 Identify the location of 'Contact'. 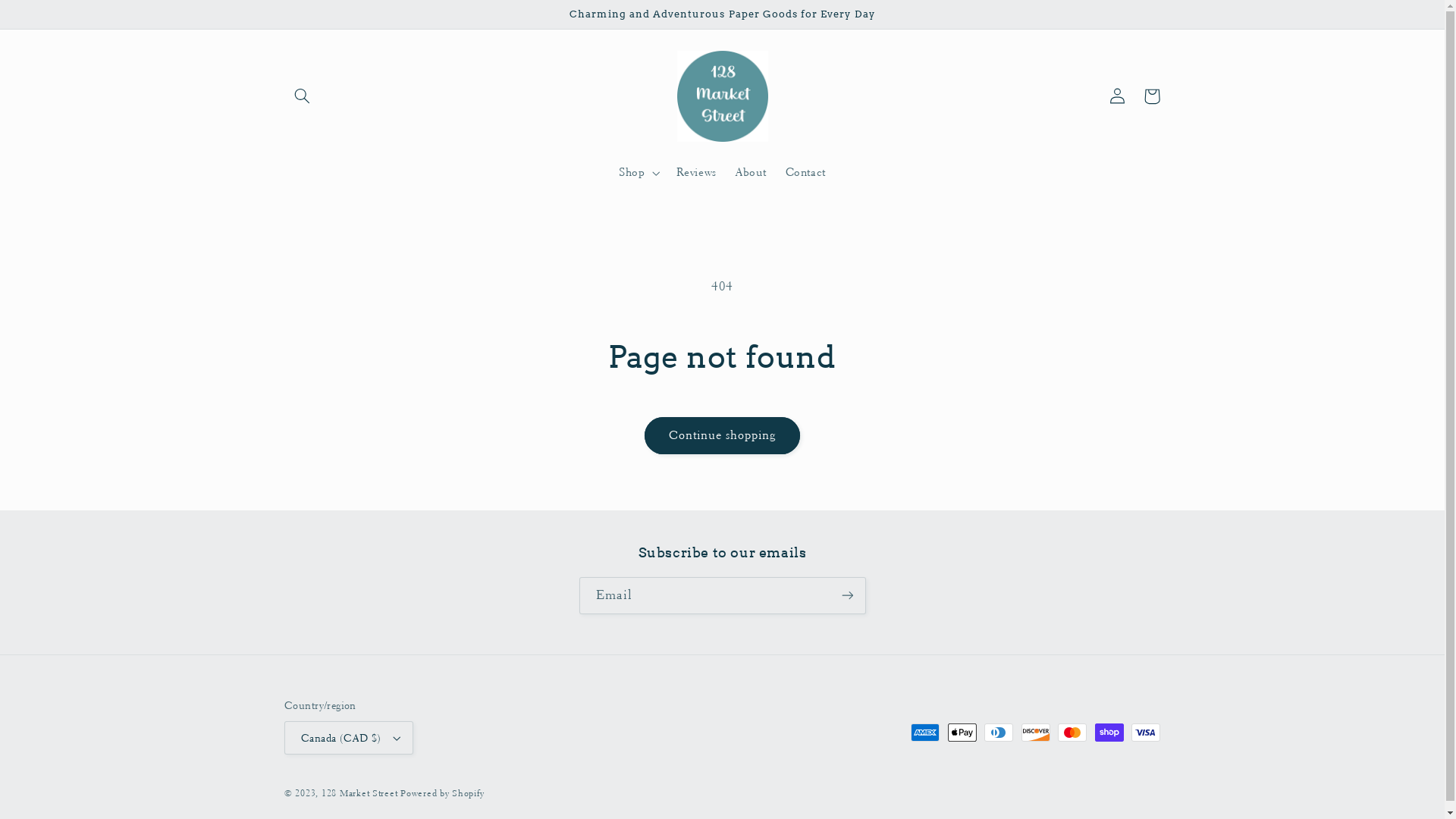
(805, 171).